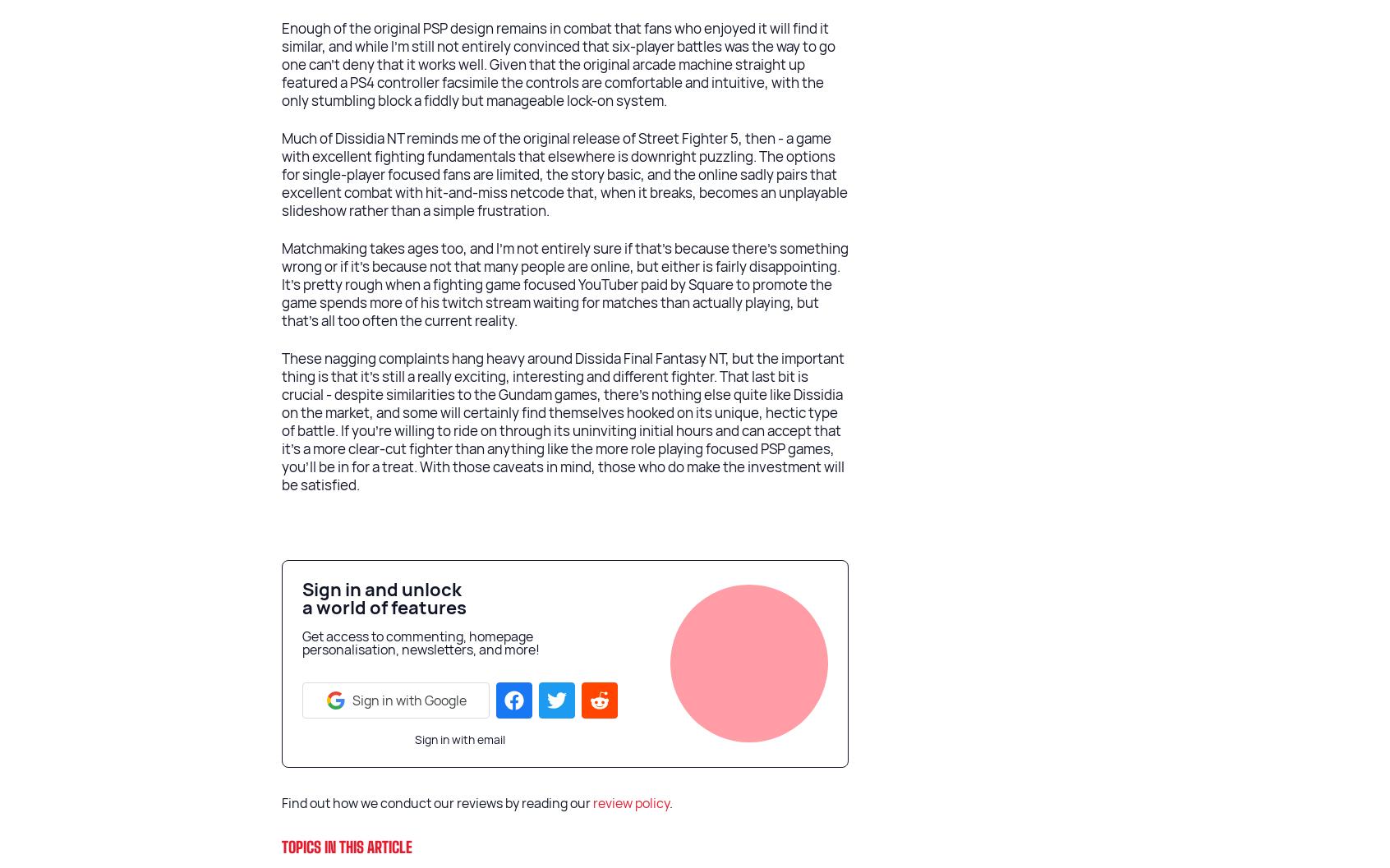 The image size is (1390, 868). Describe the element at coordinates (630, 803) in the screenshot. I see `'review policy'` at that location.